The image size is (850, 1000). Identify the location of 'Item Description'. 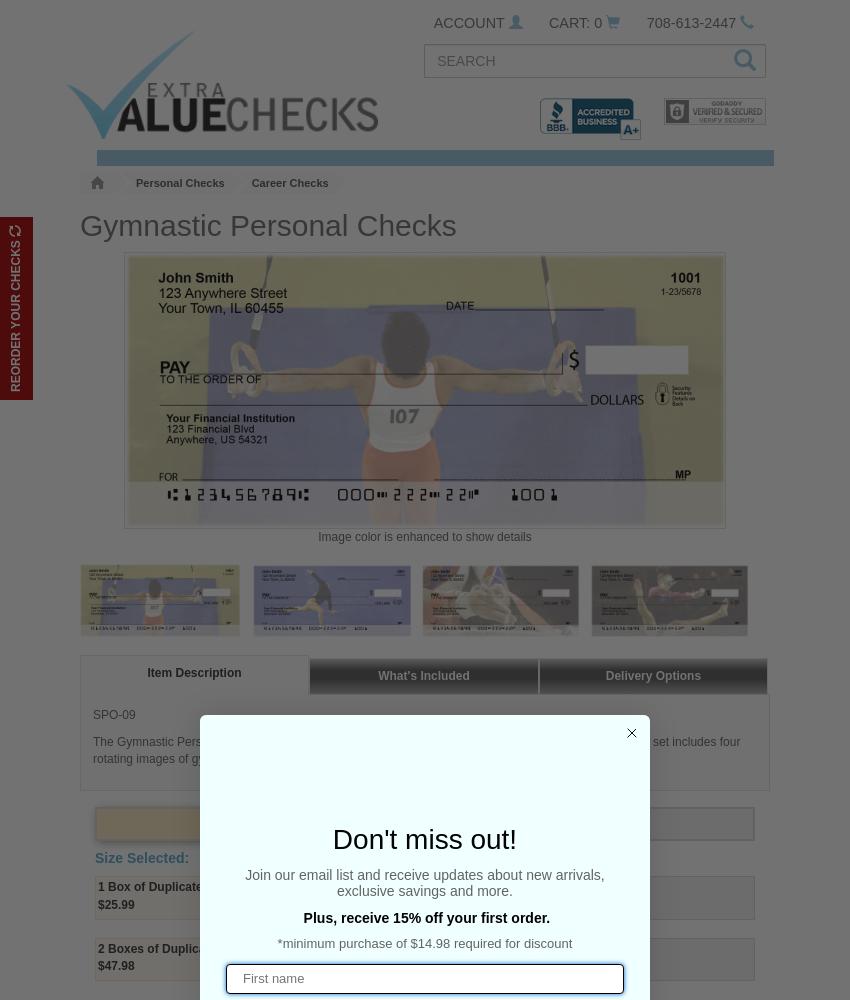
(146, 673).